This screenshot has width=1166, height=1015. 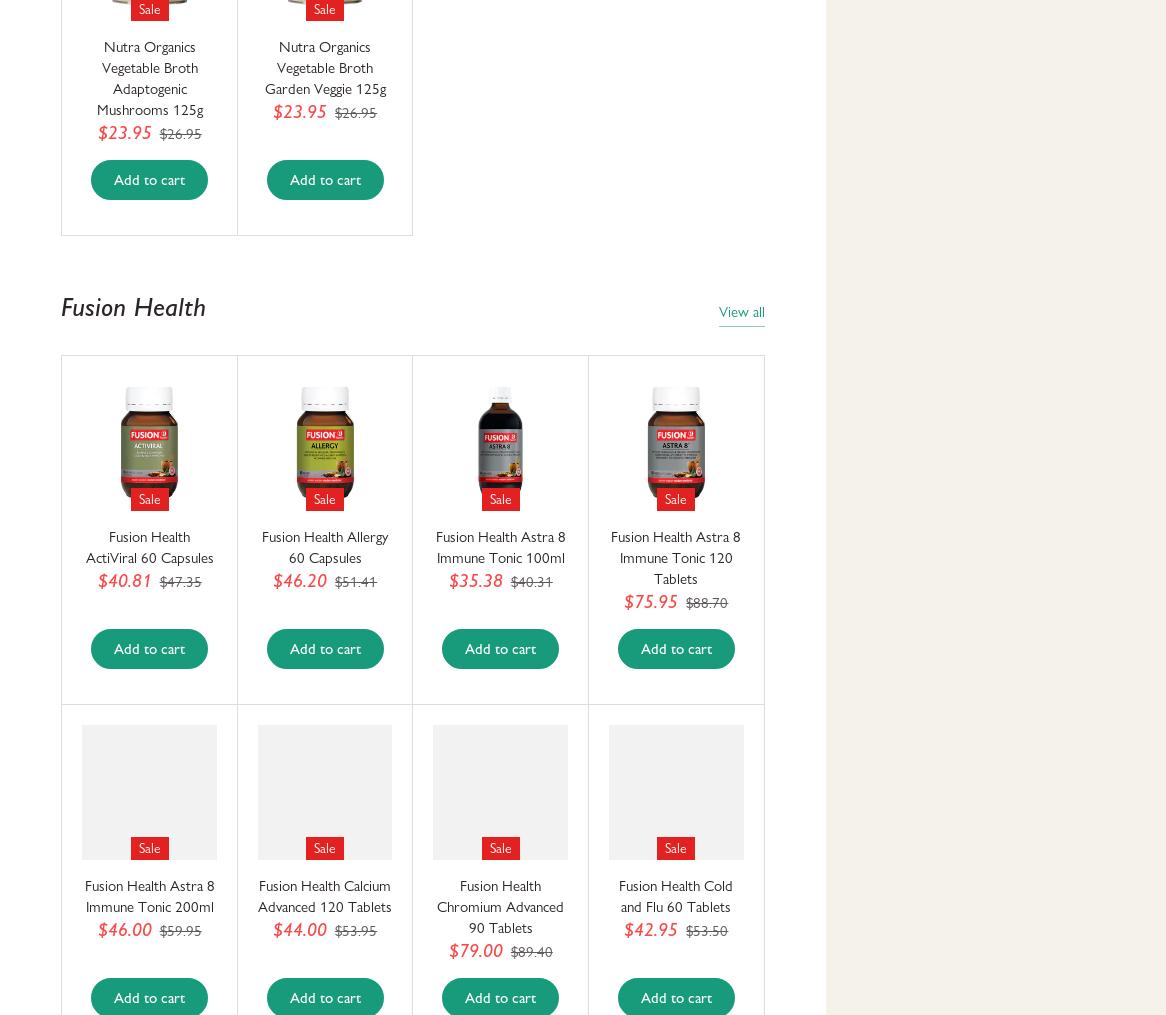 What do you see at coordinates (299, 580) in the screenshot?
I see `'$46.20'` at bounding box center [299, 580].